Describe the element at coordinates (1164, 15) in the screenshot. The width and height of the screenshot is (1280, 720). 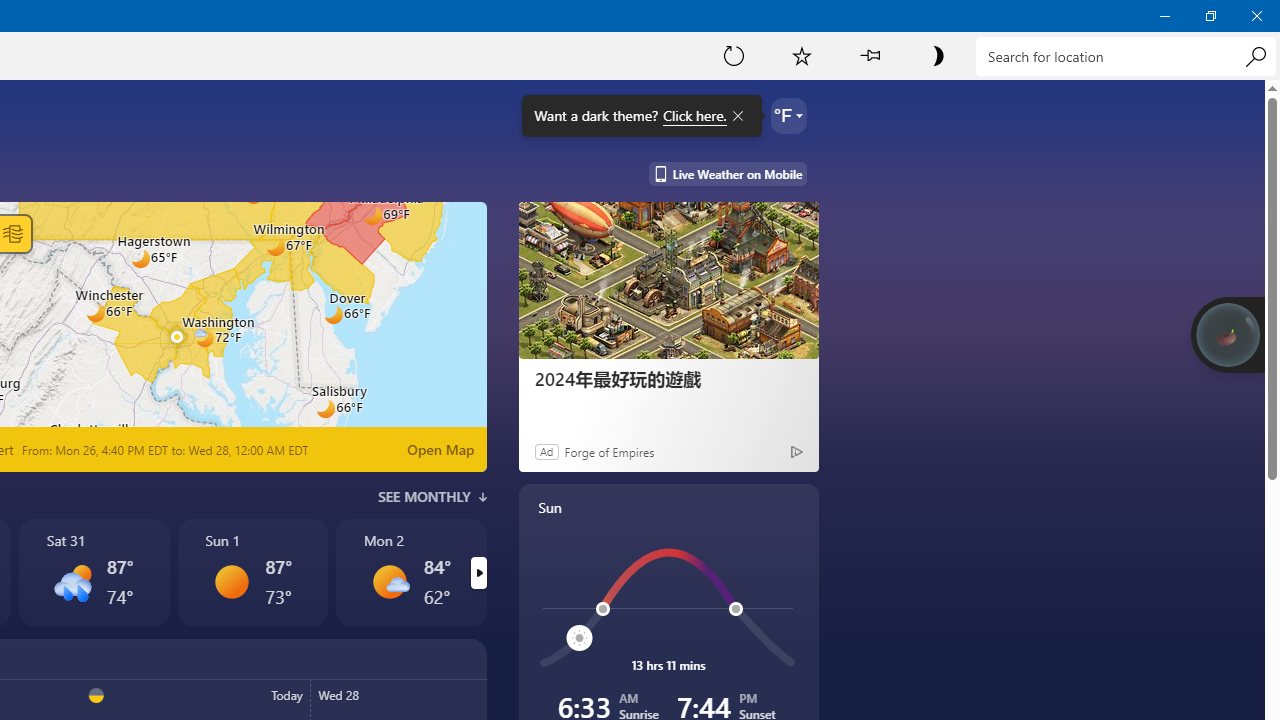
I see `'Minimize Weather'` at that location.